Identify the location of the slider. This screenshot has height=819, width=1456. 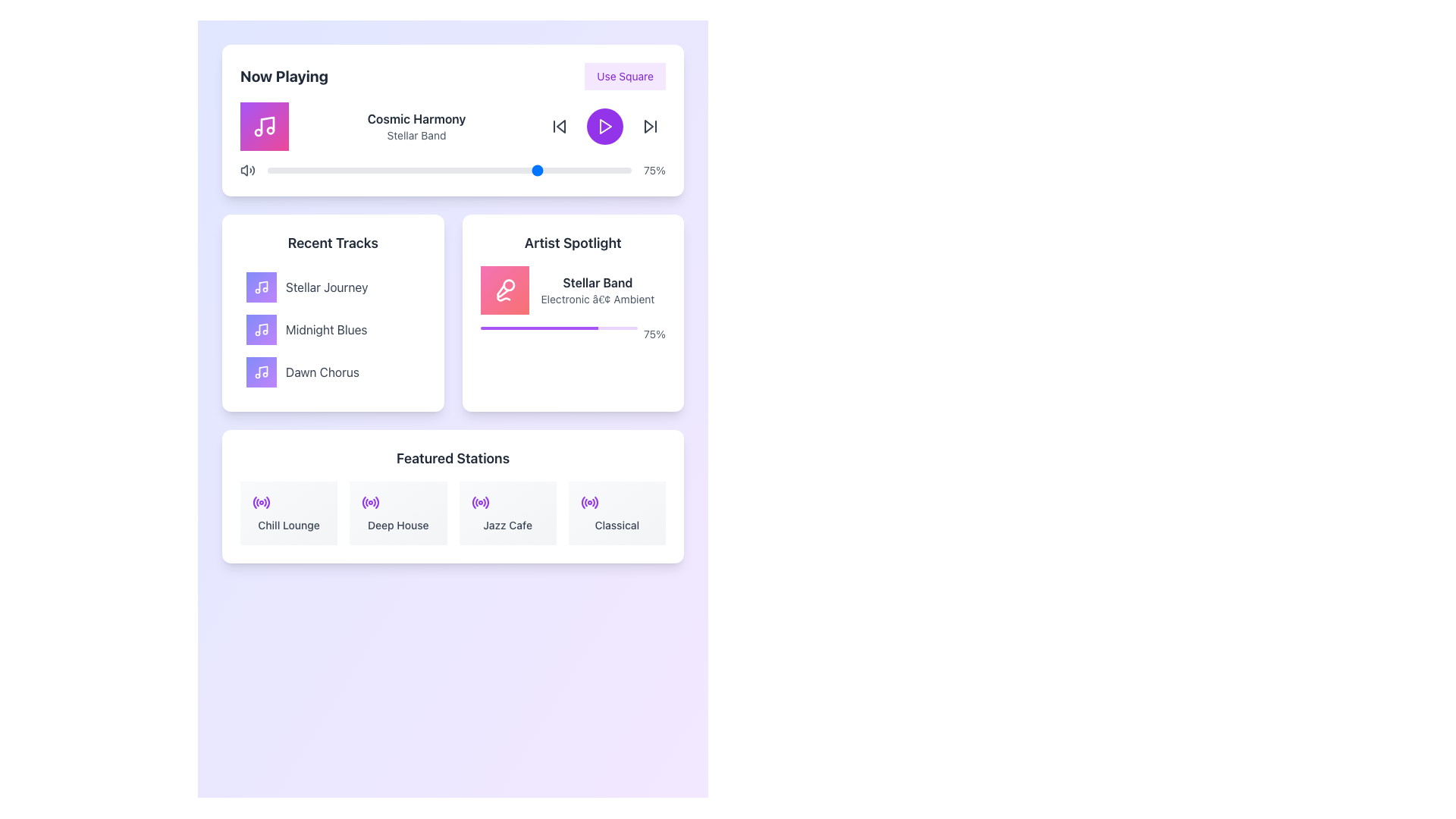
(561, 170).